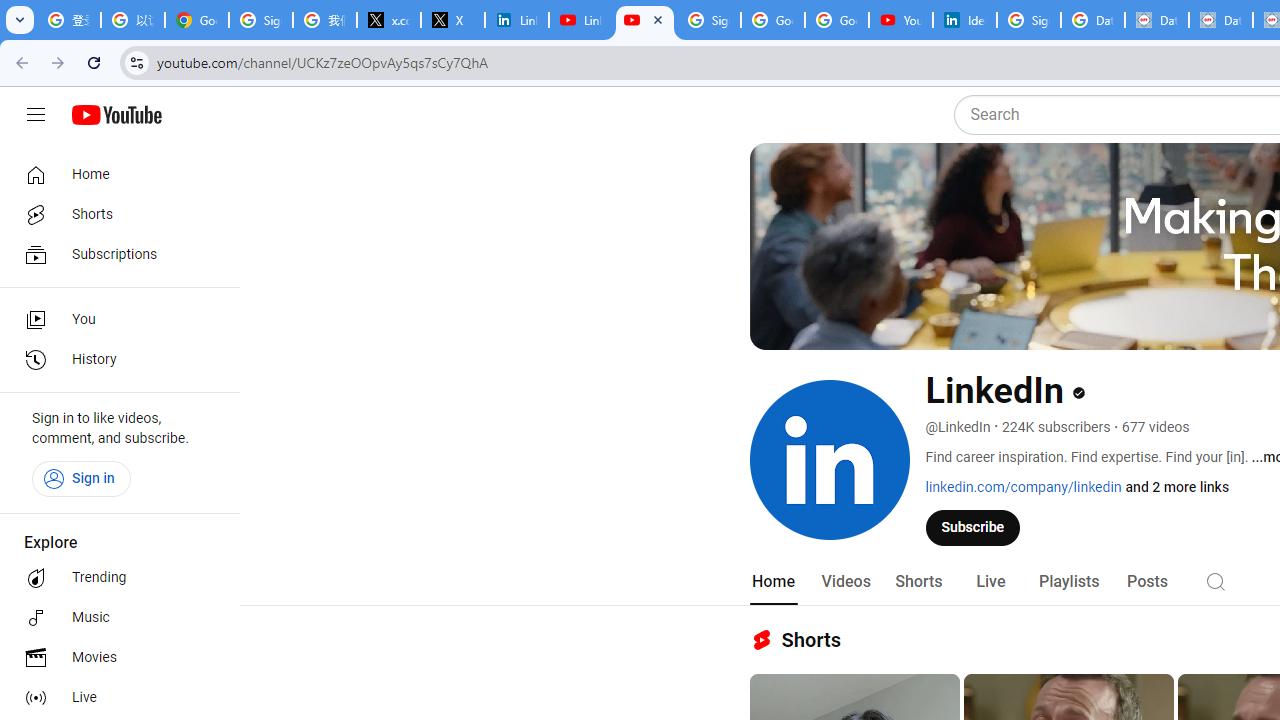 Image resolution: width=1280 pixels, height=720 pixels. Describe the element at coordinates (112, 578) in the screenshot. I see `'Trending'` at that location.